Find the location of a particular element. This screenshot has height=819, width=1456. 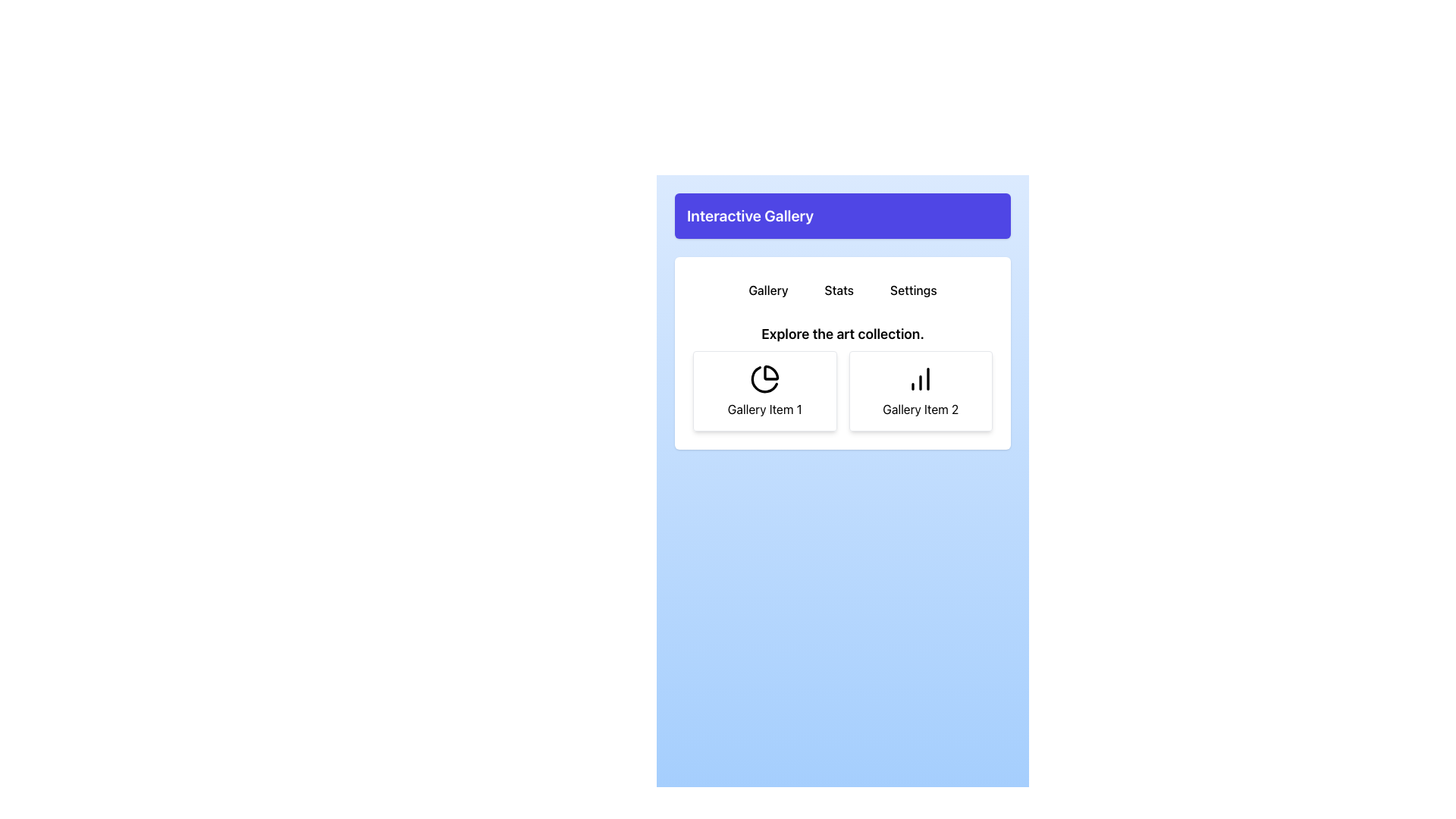

the card labeled 'Gallery Item 1' is located at coordinates (764, 391).